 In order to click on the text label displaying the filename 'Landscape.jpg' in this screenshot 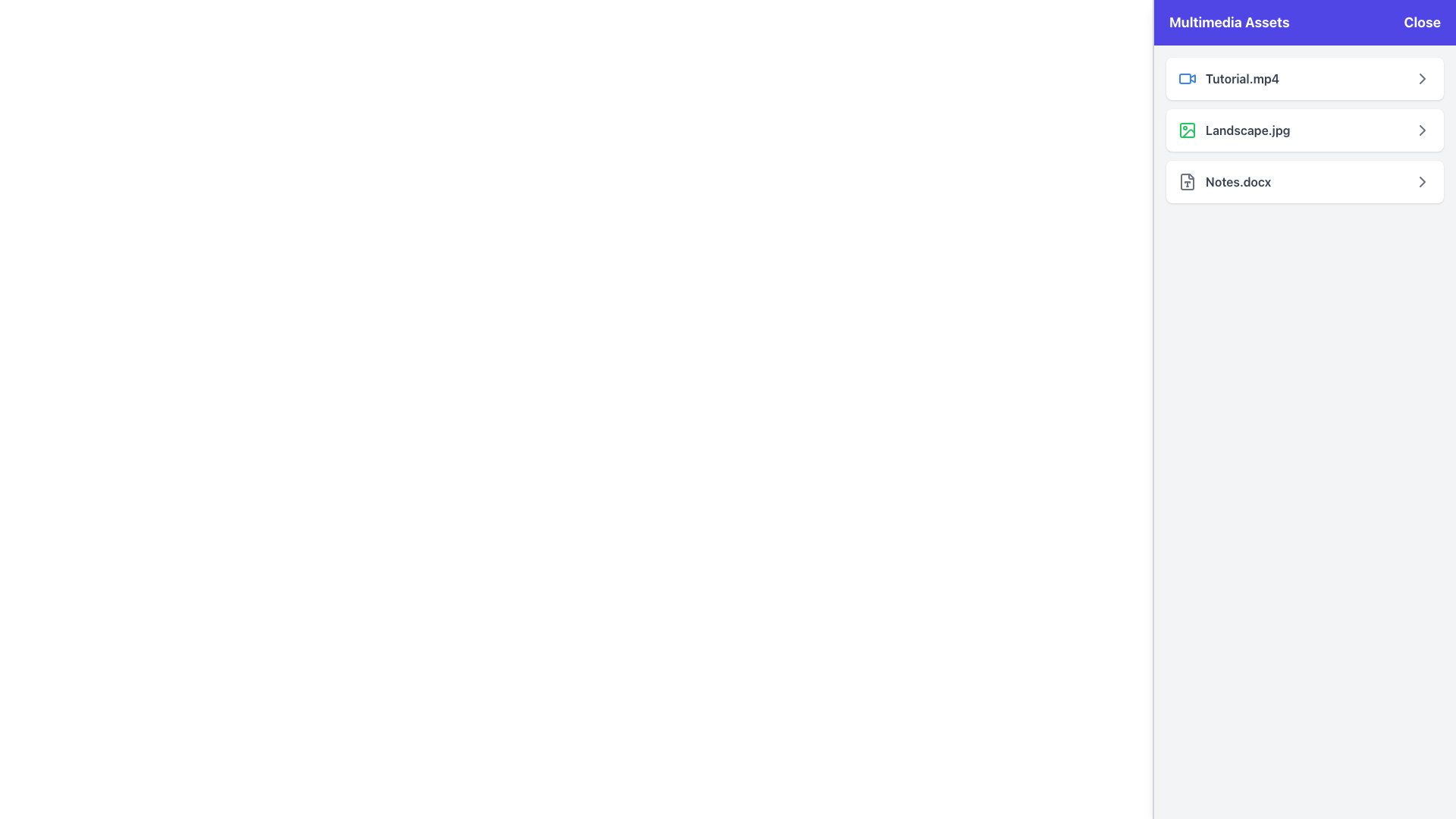, I will do `click(1247, 130)`.